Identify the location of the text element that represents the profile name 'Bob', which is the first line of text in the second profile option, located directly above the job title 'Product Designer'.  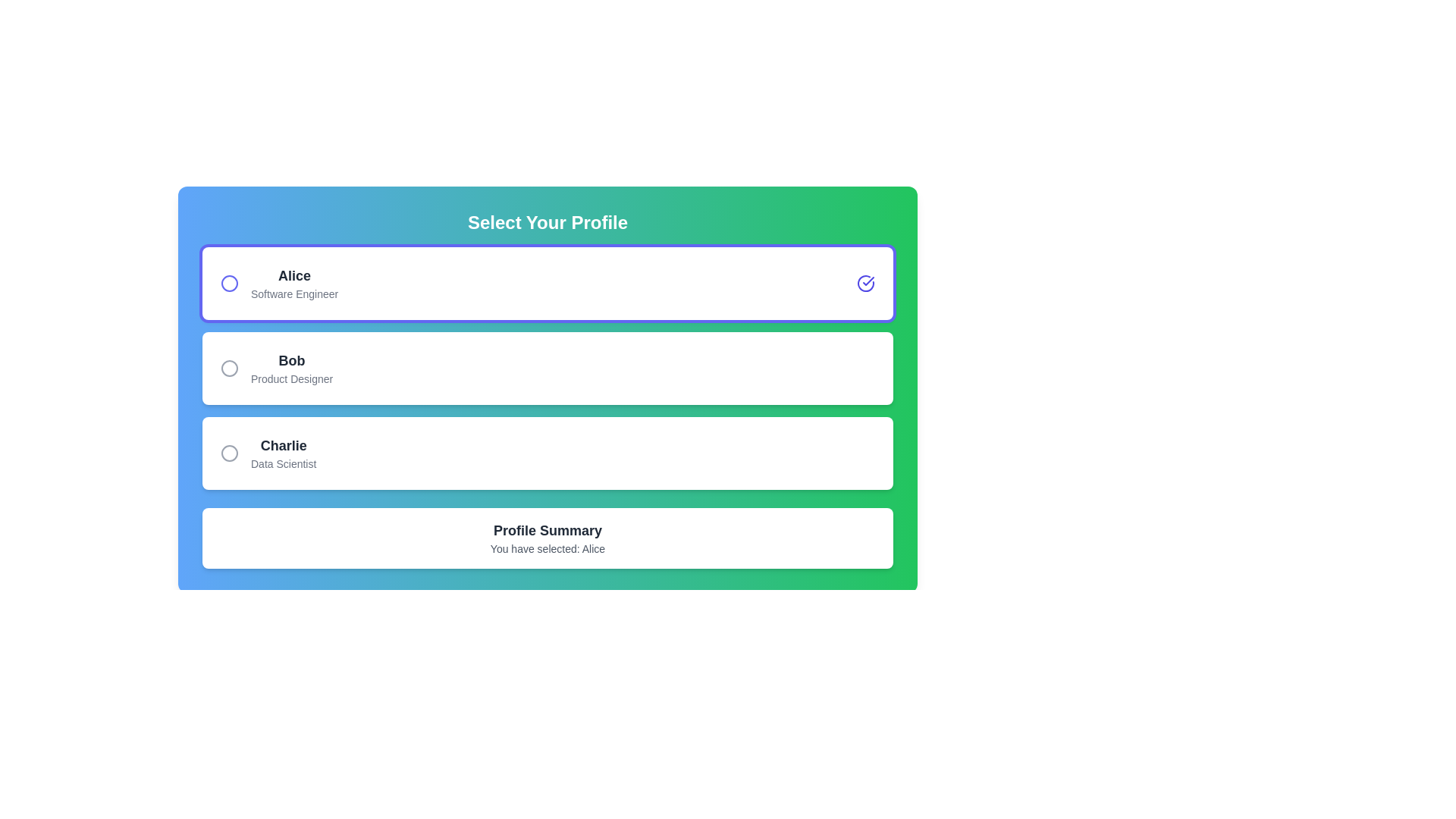
(292, 360).